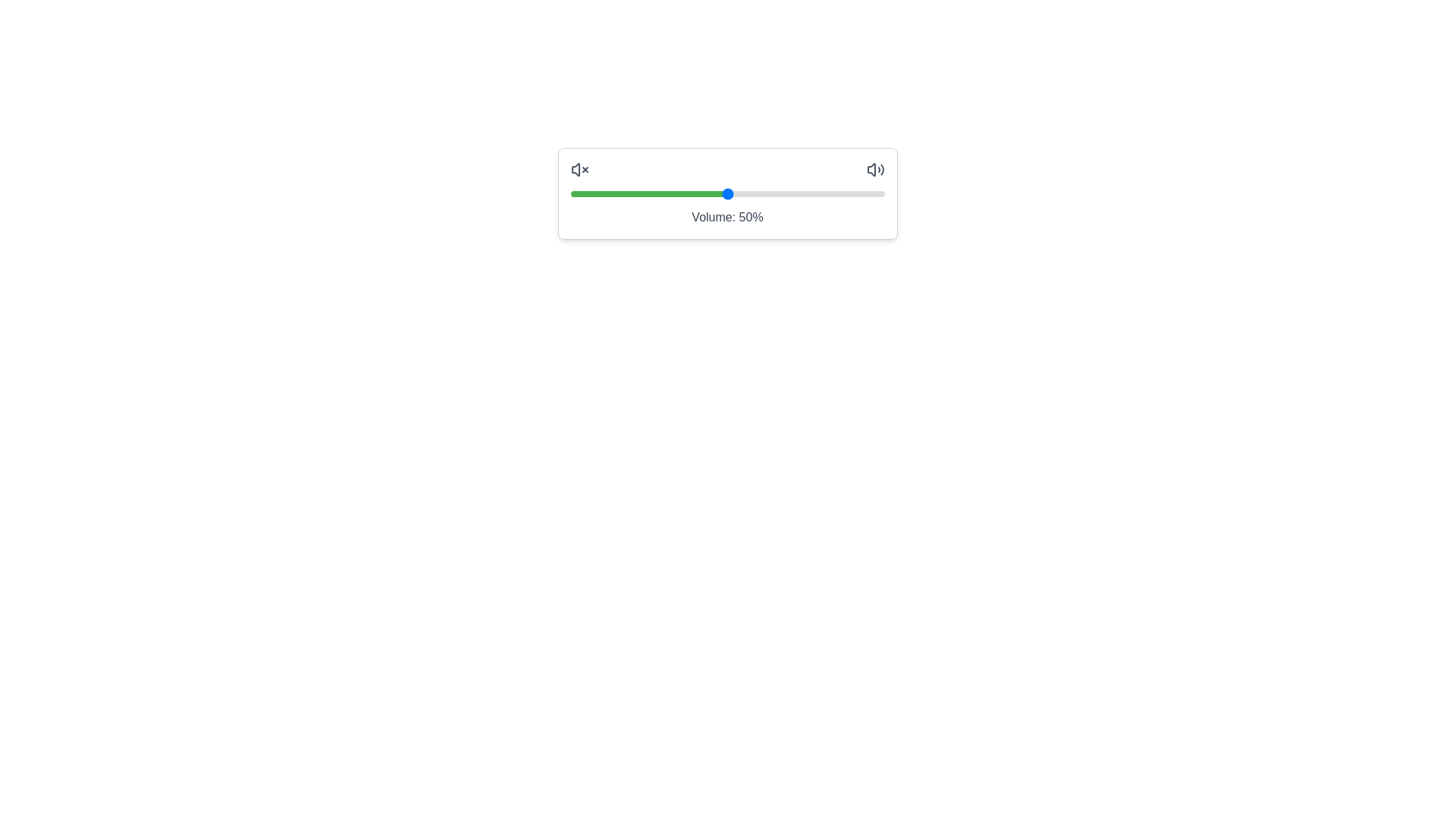 This screenshot has height=819, width=1456. Describe the element at coordinates (875, 169) in the screenshot. I see `the speaker icon located at the rightmost end of the horizontal bar, which is styled with thin strokes and light gray color, accompanied by sound waves` at that location.